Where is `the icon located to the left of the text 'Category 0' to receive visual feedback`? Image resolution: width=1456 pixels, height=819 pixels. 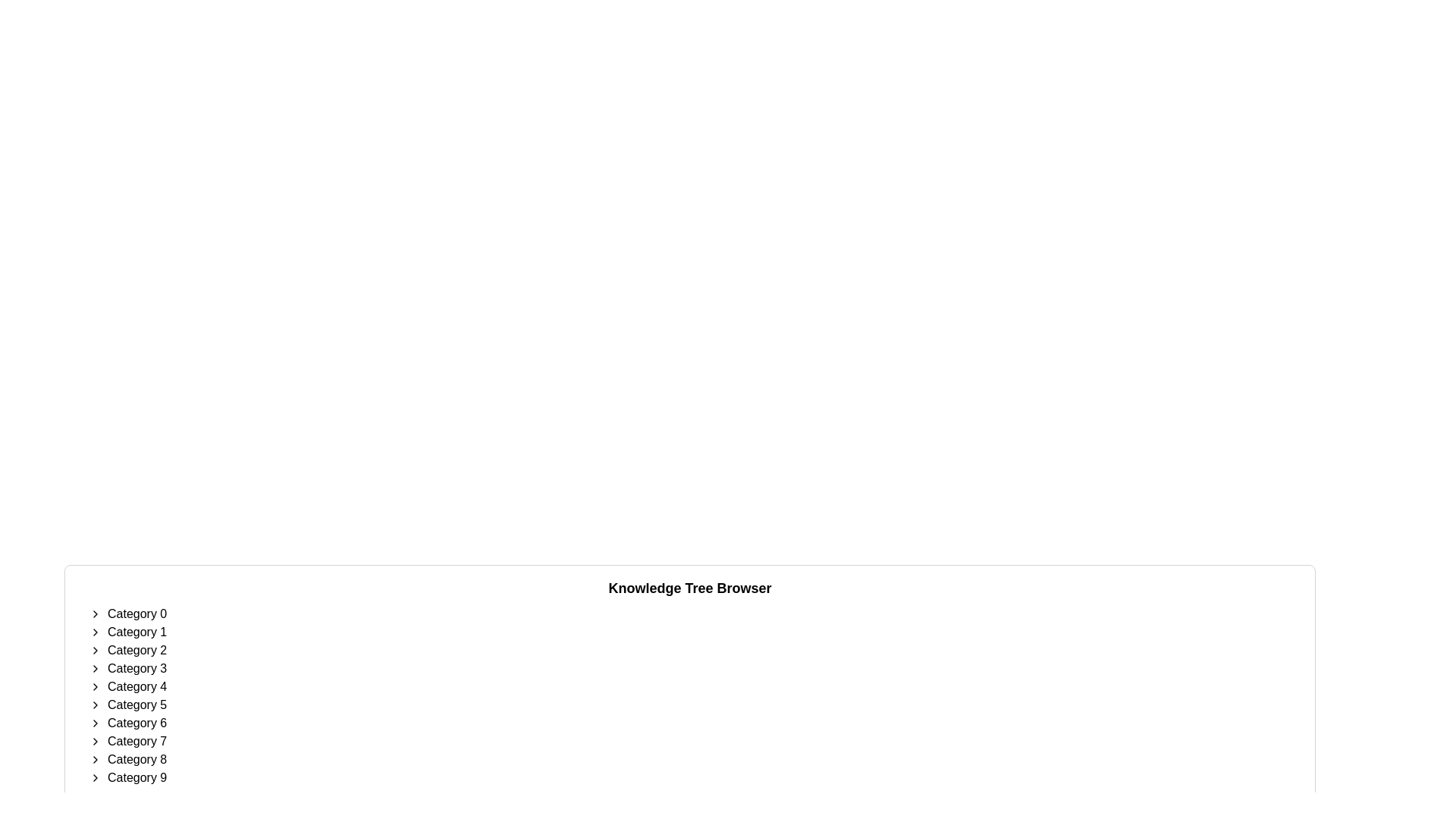
the icon located to the left of the text 'Category 0' to receive visual feedback is located at coordinates (94, 614).